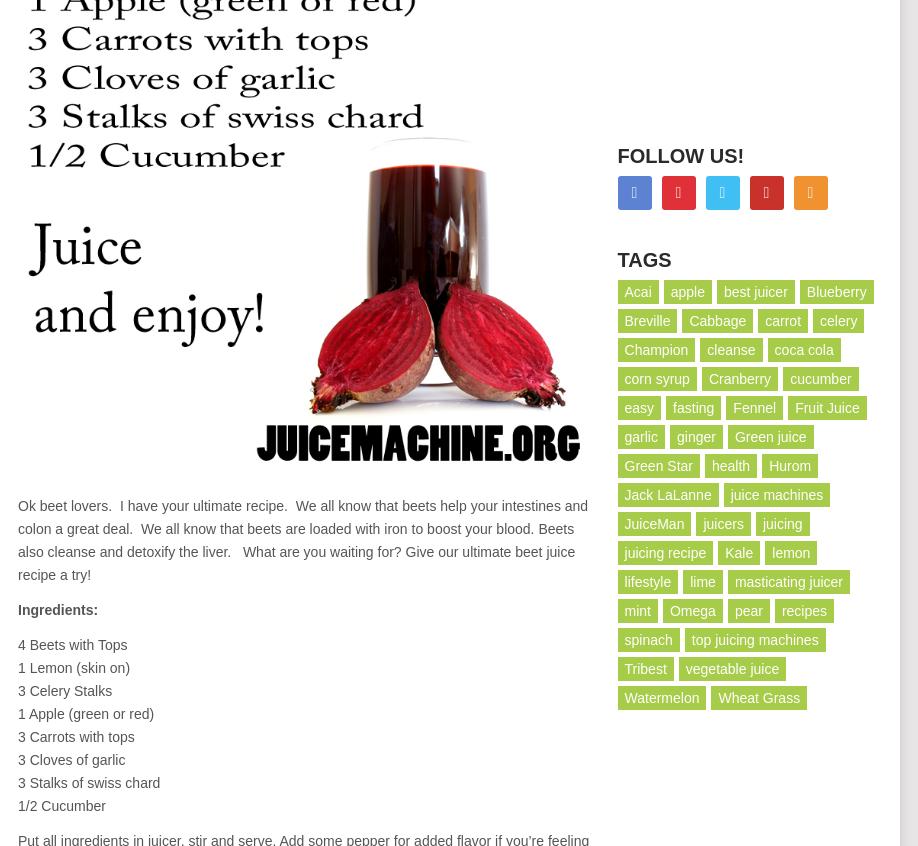  Describe the element at coordinates (85, 712) in the screenshot. I see `'1 Apple (green or red)'` at that location.